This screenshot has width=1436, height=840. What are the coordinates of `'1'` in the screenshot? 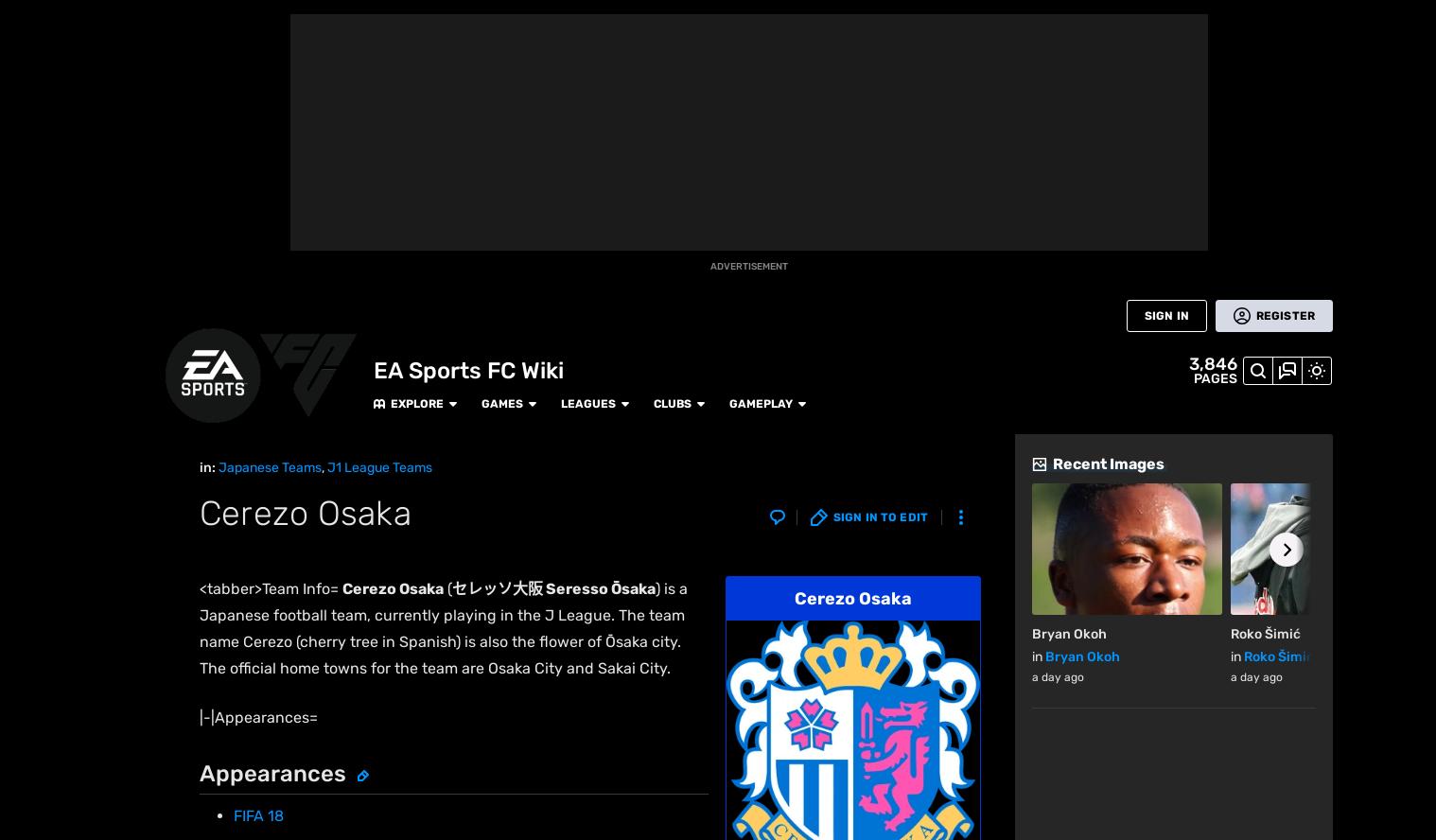 It's located at (234, 516).